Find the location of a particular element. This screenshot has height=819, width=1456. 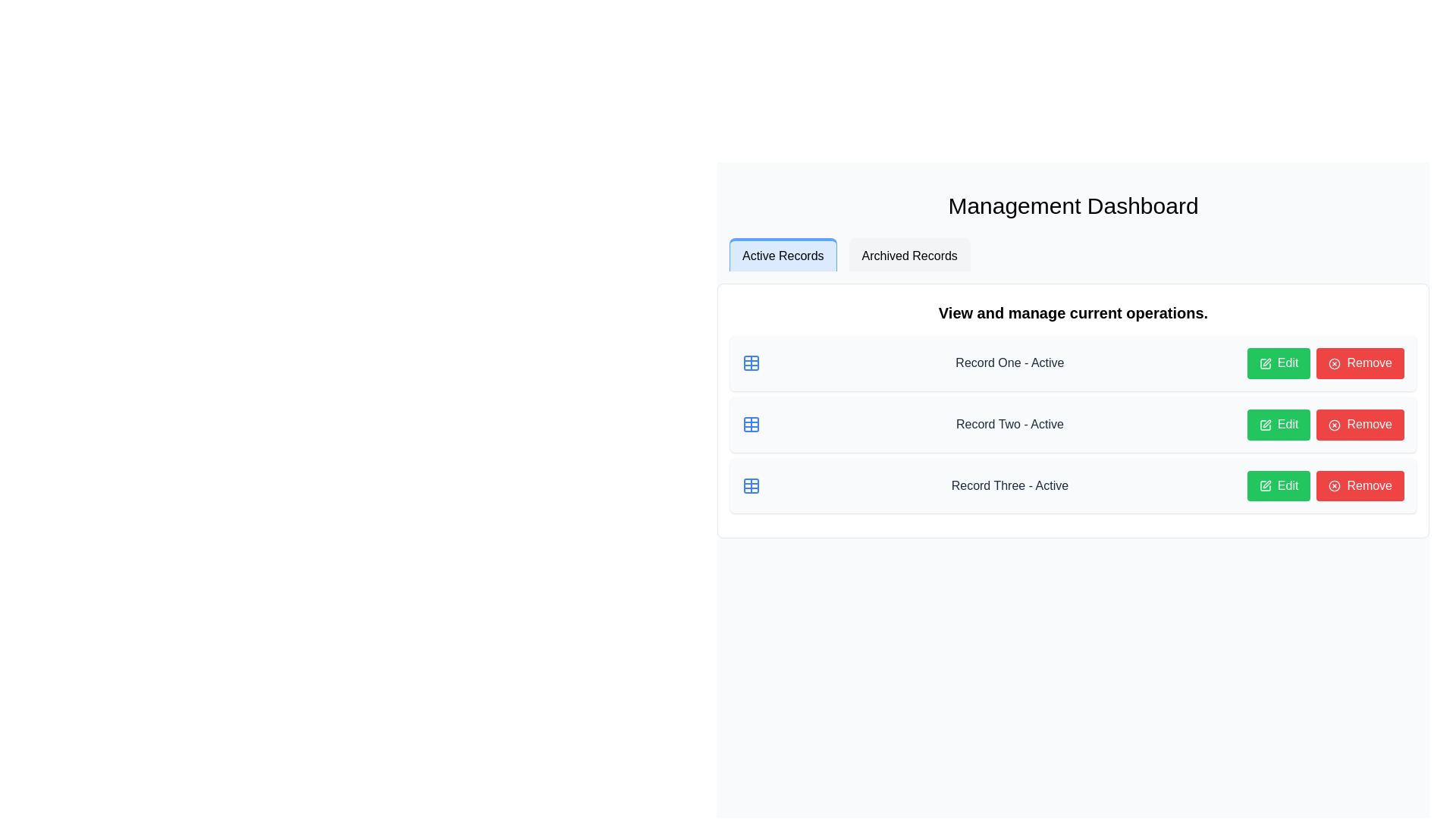

the 'Edit' icon associated with 'Record Three - Active' in the management dashboard is located at coordinates (1265, 486).